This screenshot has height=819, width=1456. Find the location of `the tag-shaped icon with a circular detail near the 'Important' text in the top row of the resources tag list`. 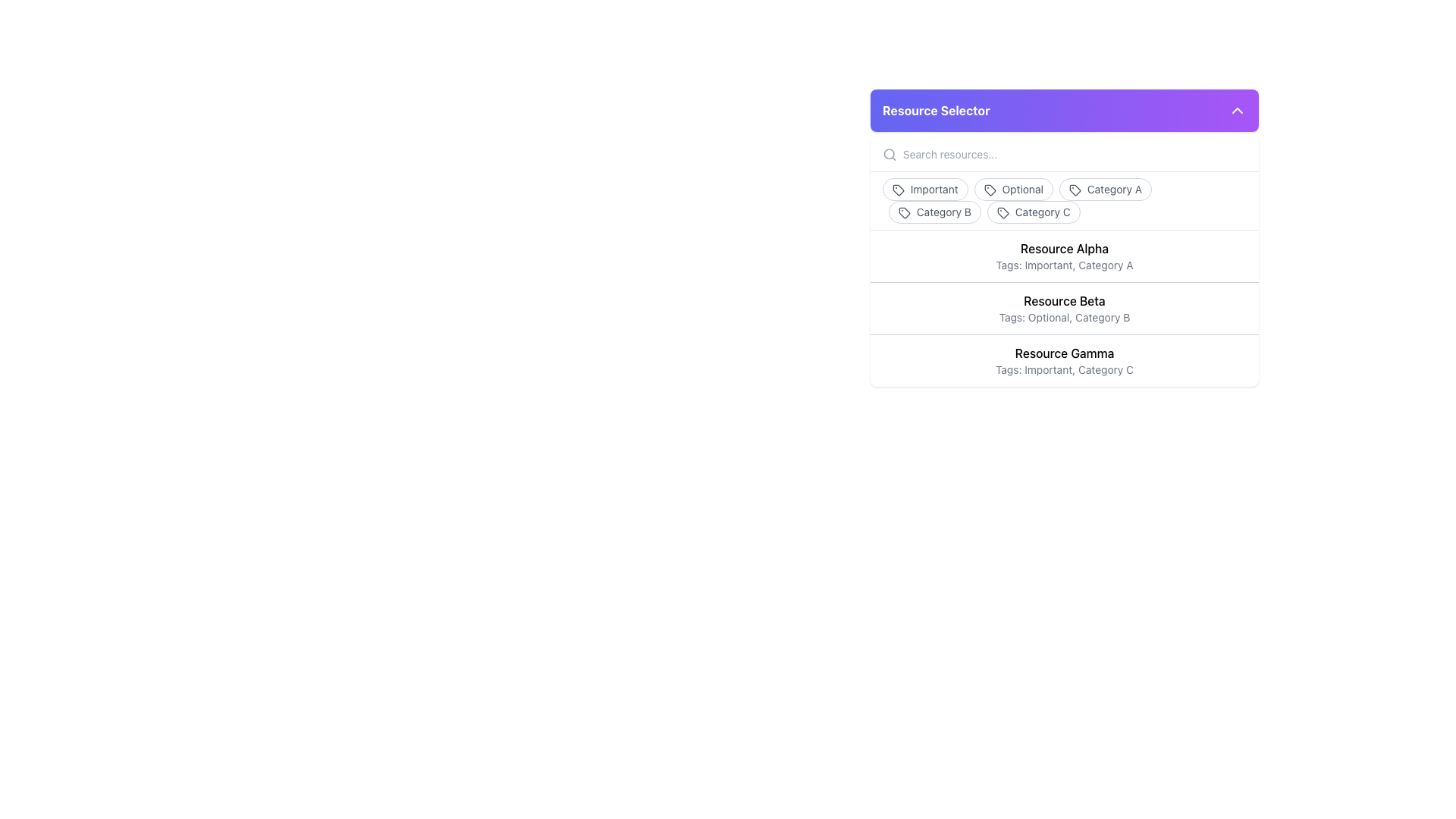

the tag-shaped icon with a circular detail near the 'Important' text in the top row of the resources tag list is located at coordinates (899, 189).